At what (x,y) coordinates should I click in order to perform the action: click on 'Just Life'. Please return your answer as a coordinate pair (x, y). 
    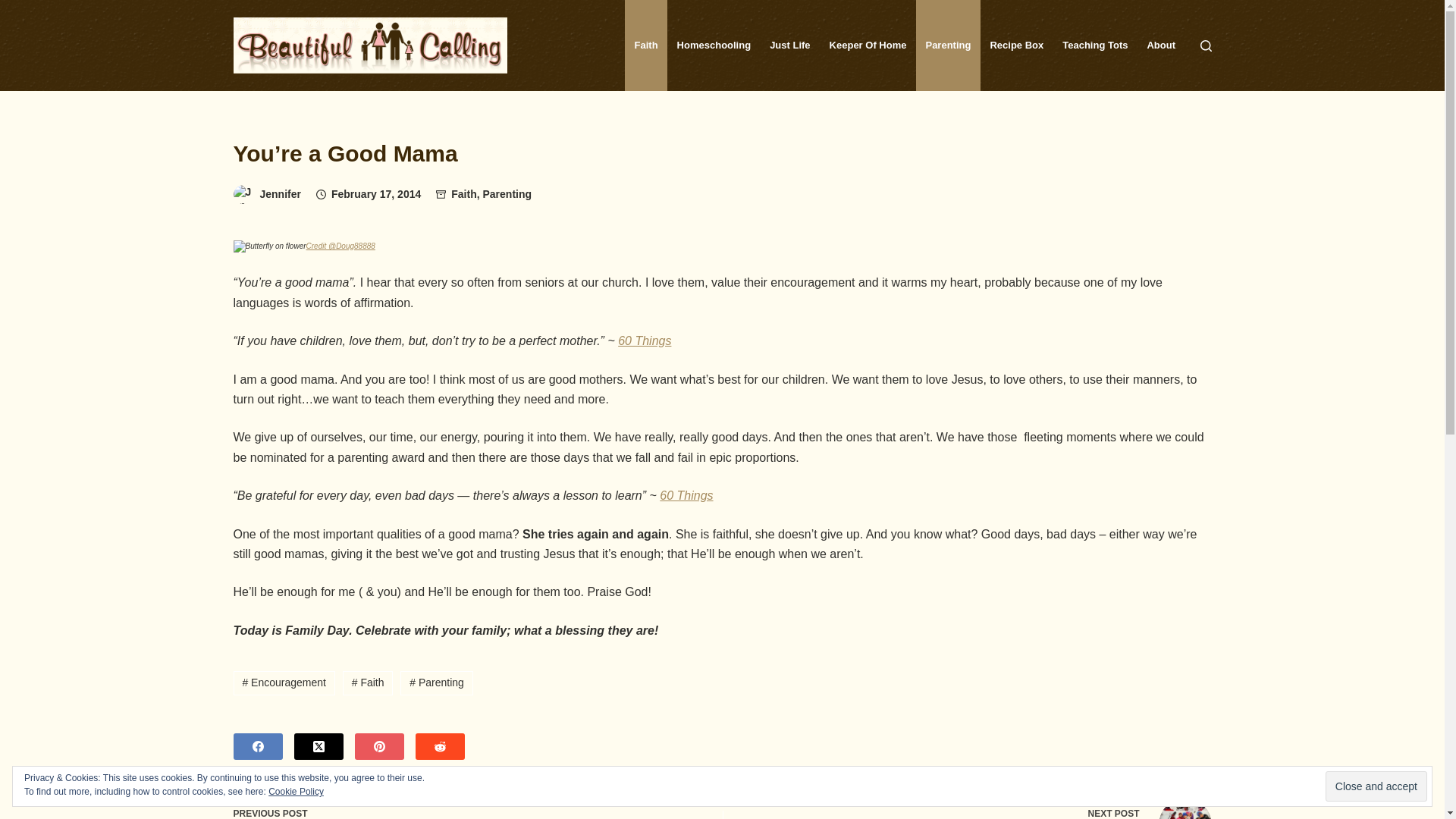
    Looking at the image, I should click on (761, 45).